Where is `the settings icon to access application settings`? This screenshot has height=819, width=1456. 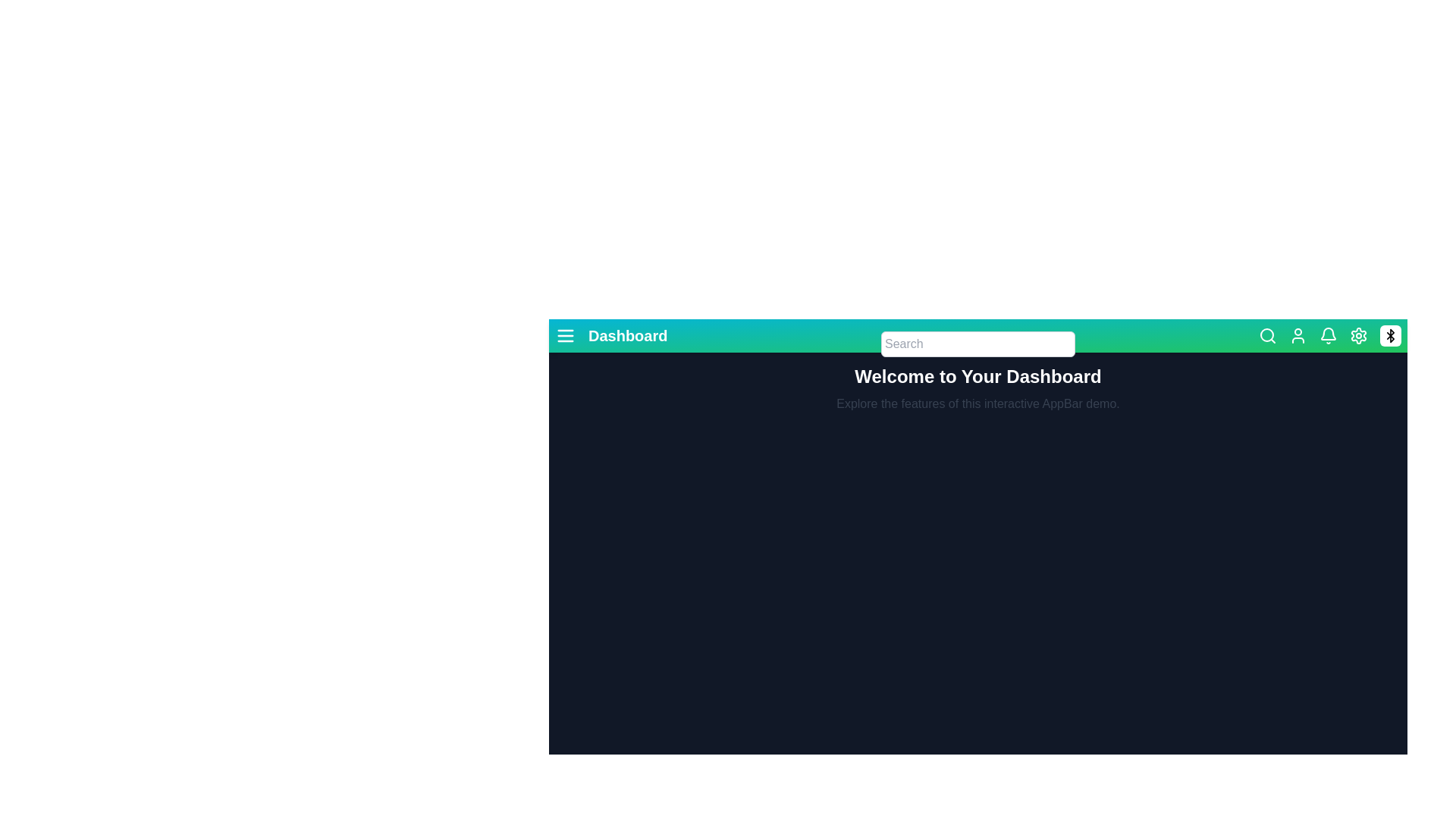 the settings icon to access application settings is located at coordinates (1358, 335).